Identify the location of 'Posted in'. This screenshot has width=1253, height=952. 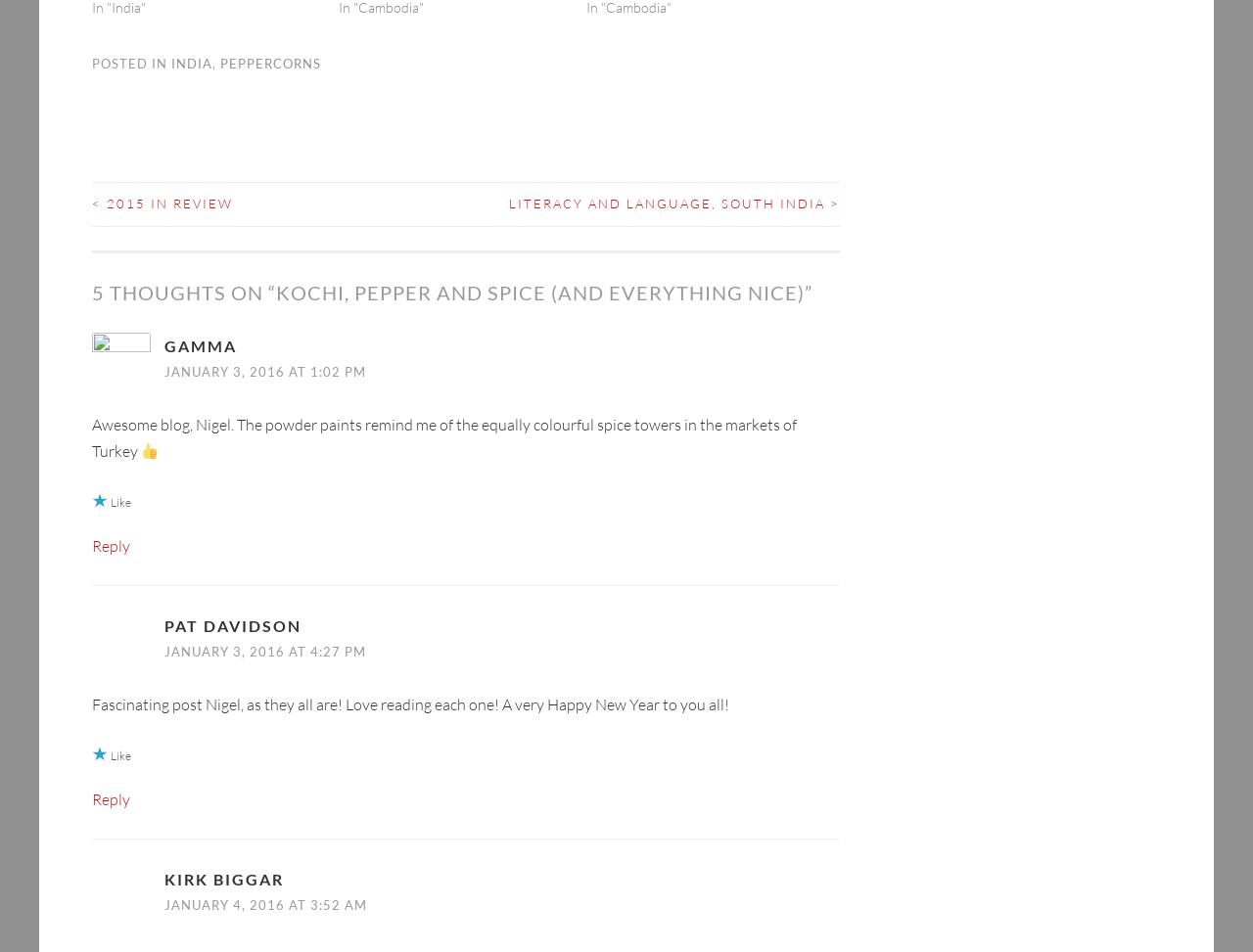
(90, 31).